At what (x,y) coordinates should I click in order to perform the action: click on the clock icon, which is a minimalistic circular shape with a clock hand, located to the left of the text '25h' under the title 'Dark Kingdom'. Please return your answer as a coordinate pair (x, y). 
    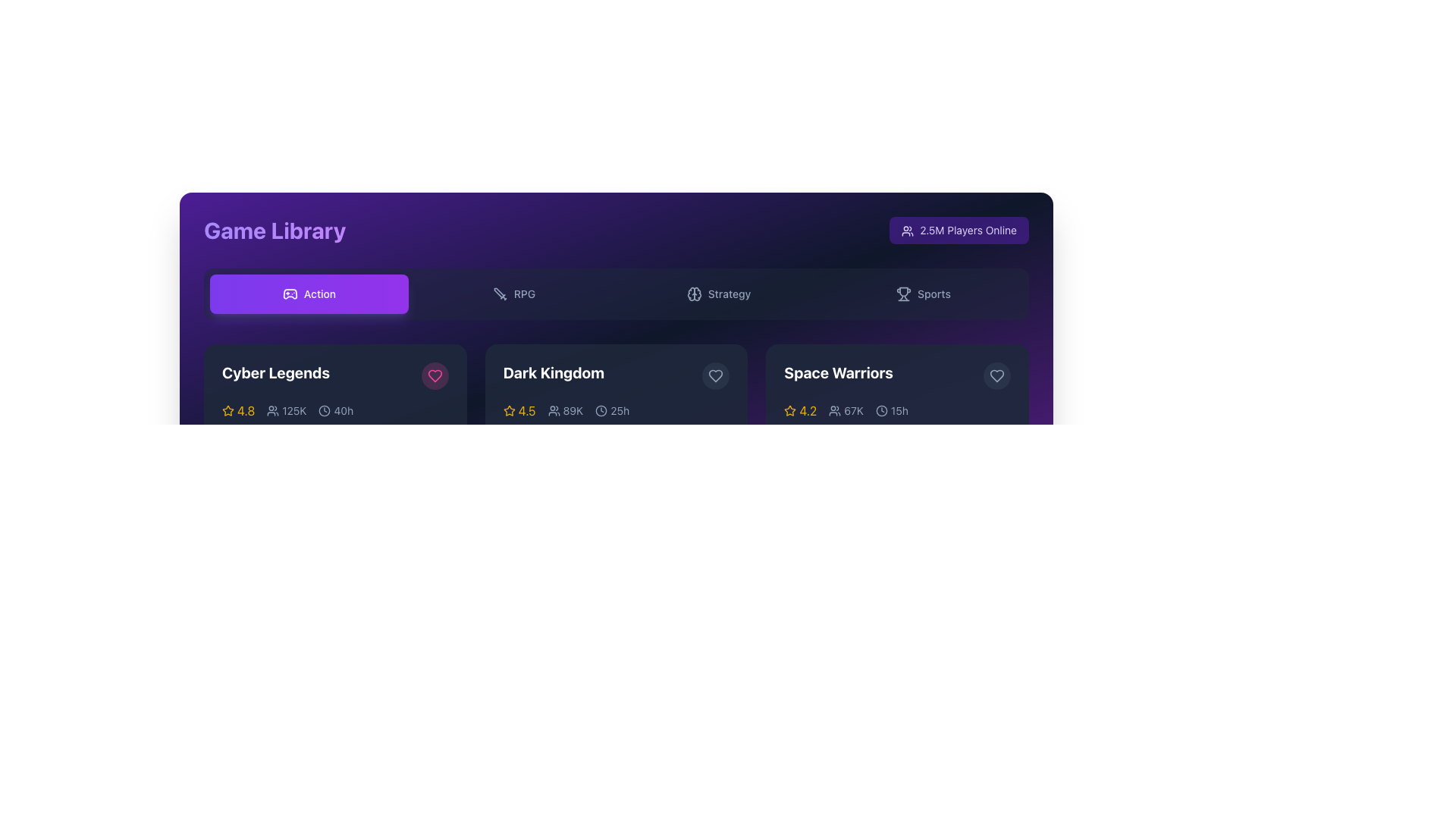
    Looking at the image, I should click on (601, 411).